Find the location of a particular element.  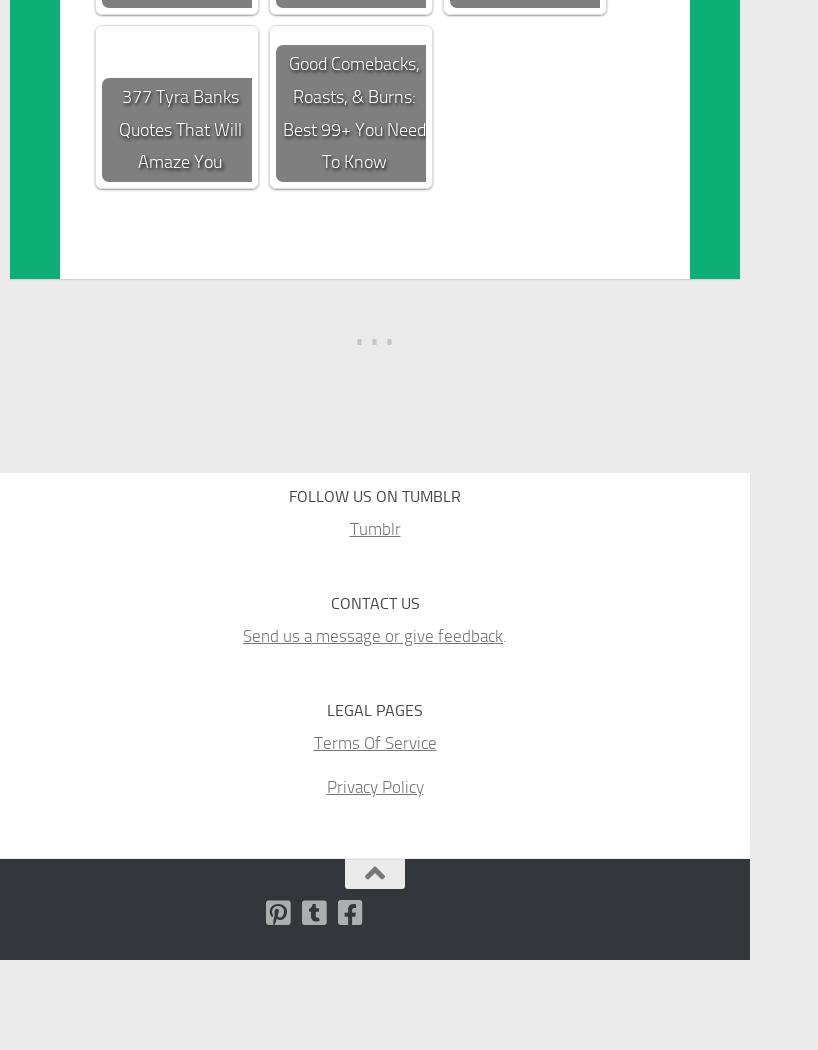

'Follow Us On Tumblr' is located at coordinates (287, 494).